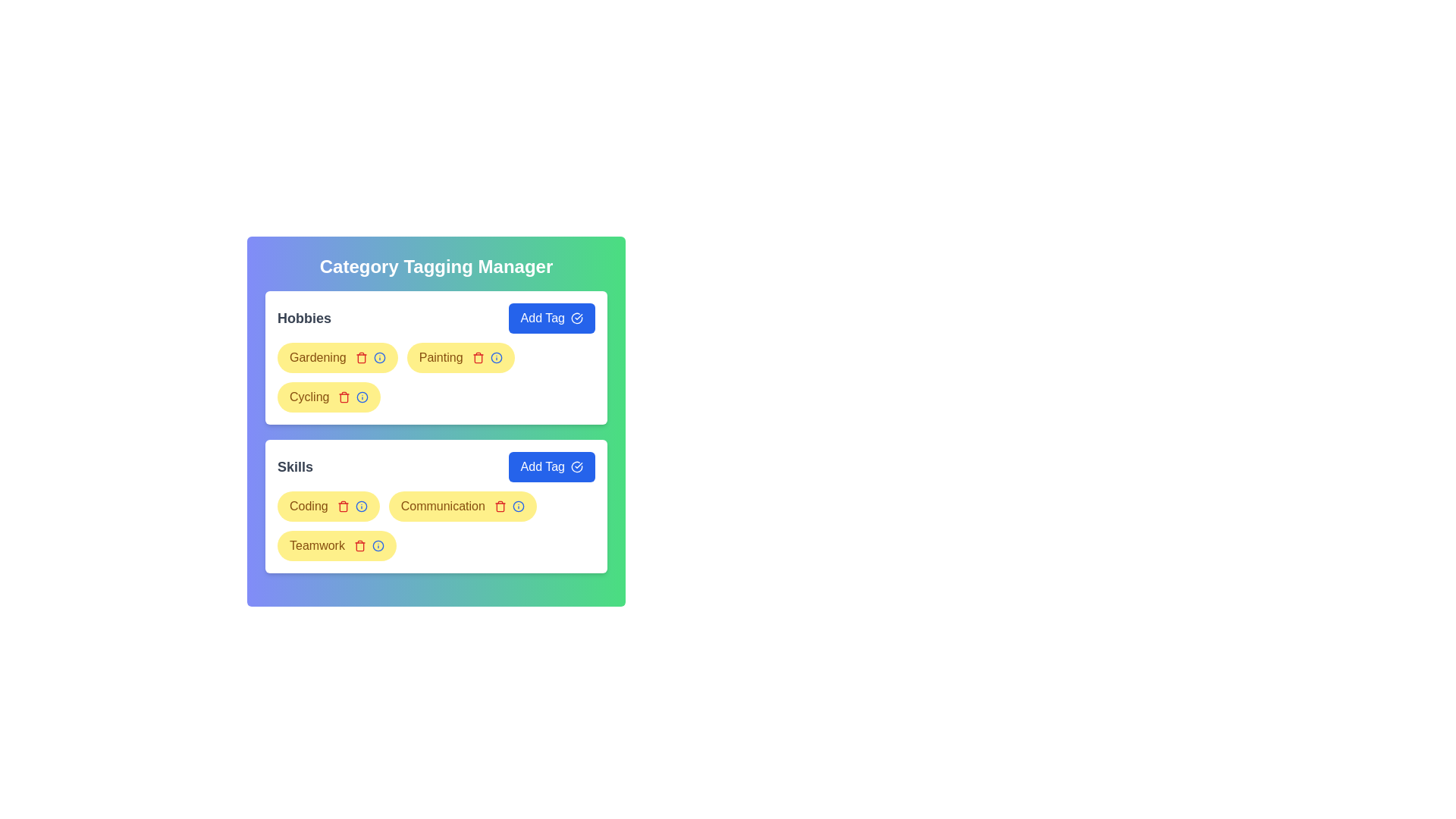  What do you see at coordinates (576, 318) in the screenshot?
I see `the checkmark icon within the 'Add Tag' button located in the 'Hobbies' section of the interface` at bounding box center [576, 318].